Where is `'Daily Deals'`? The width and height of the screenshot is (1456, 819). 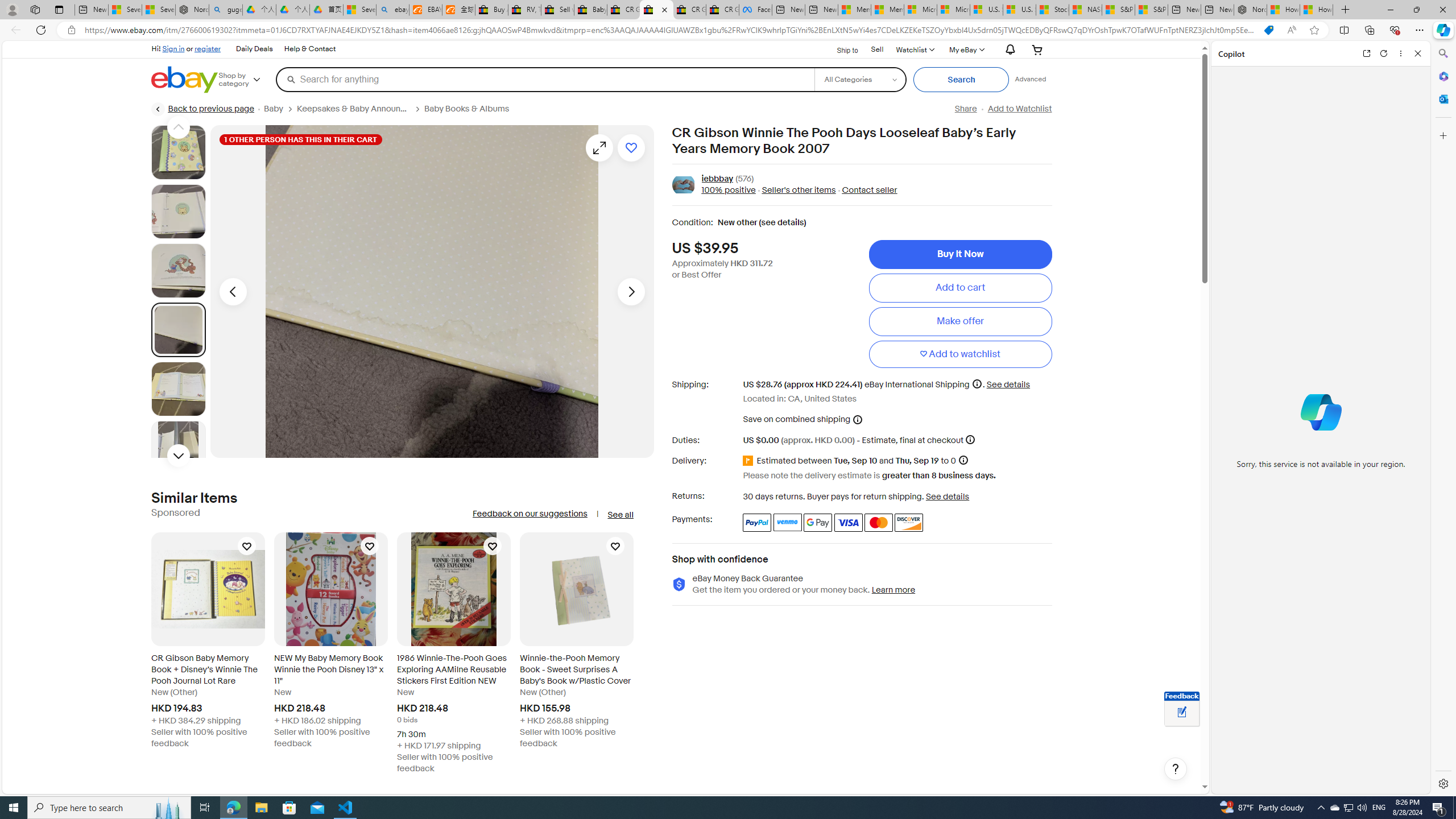
'Daily Deals' is located at coordinates (255, 49).